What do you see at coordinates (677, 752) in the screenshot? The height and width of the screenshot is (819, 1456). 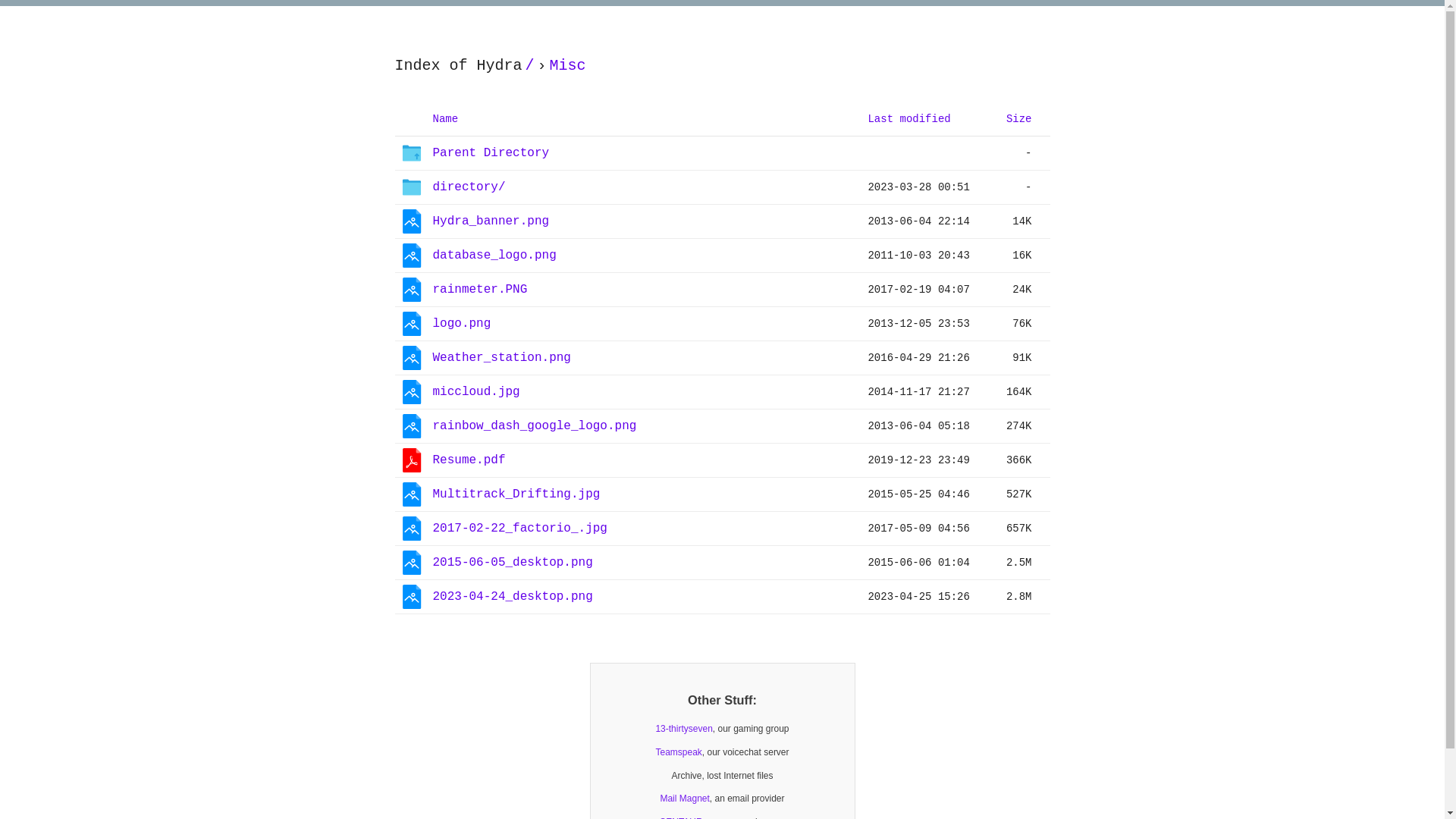 I see `'Teamspeak'` at bounding box center [677, 752].